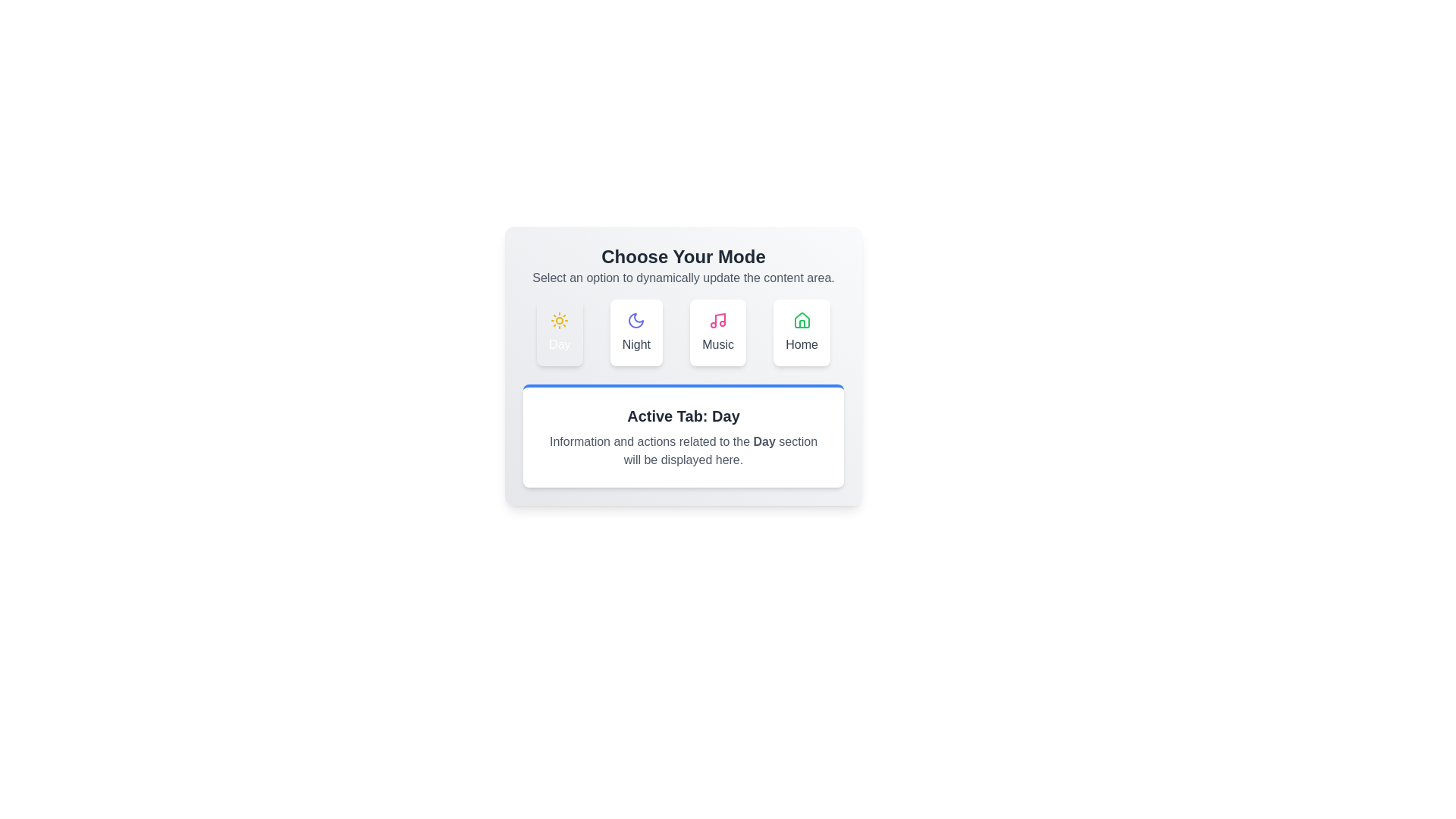  What do you see at coordinates (682, 435) in the screenshot?
I see `information displayed on the Informational display panel indicating the currently active tab ('Day') and providing relevant actions and details` at bounding box center [682, 435].